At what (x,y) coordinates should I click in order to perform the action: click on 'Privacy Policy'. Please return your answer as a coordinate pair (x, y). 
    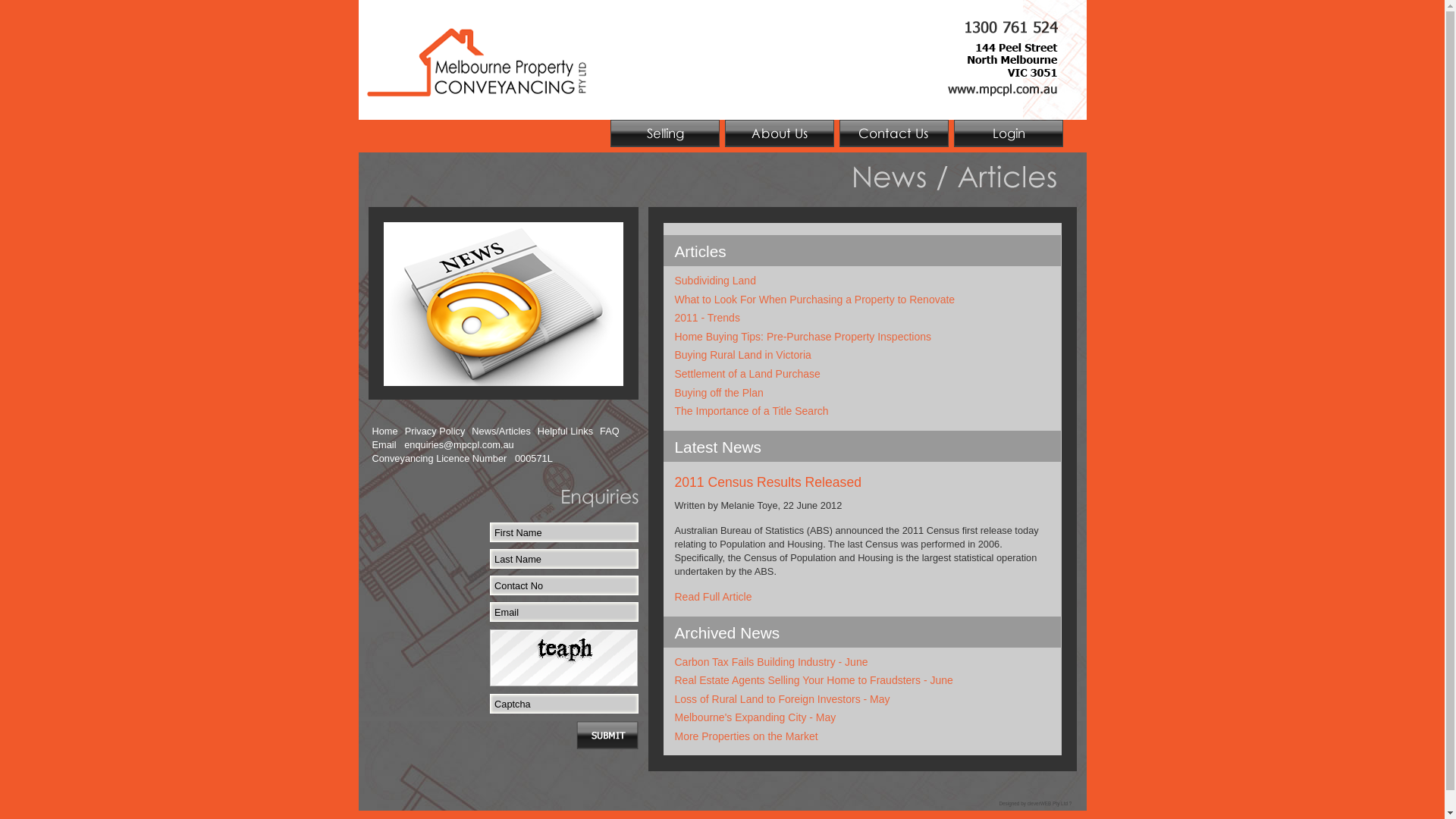
    Looking at the image, I should click on (435, 431).